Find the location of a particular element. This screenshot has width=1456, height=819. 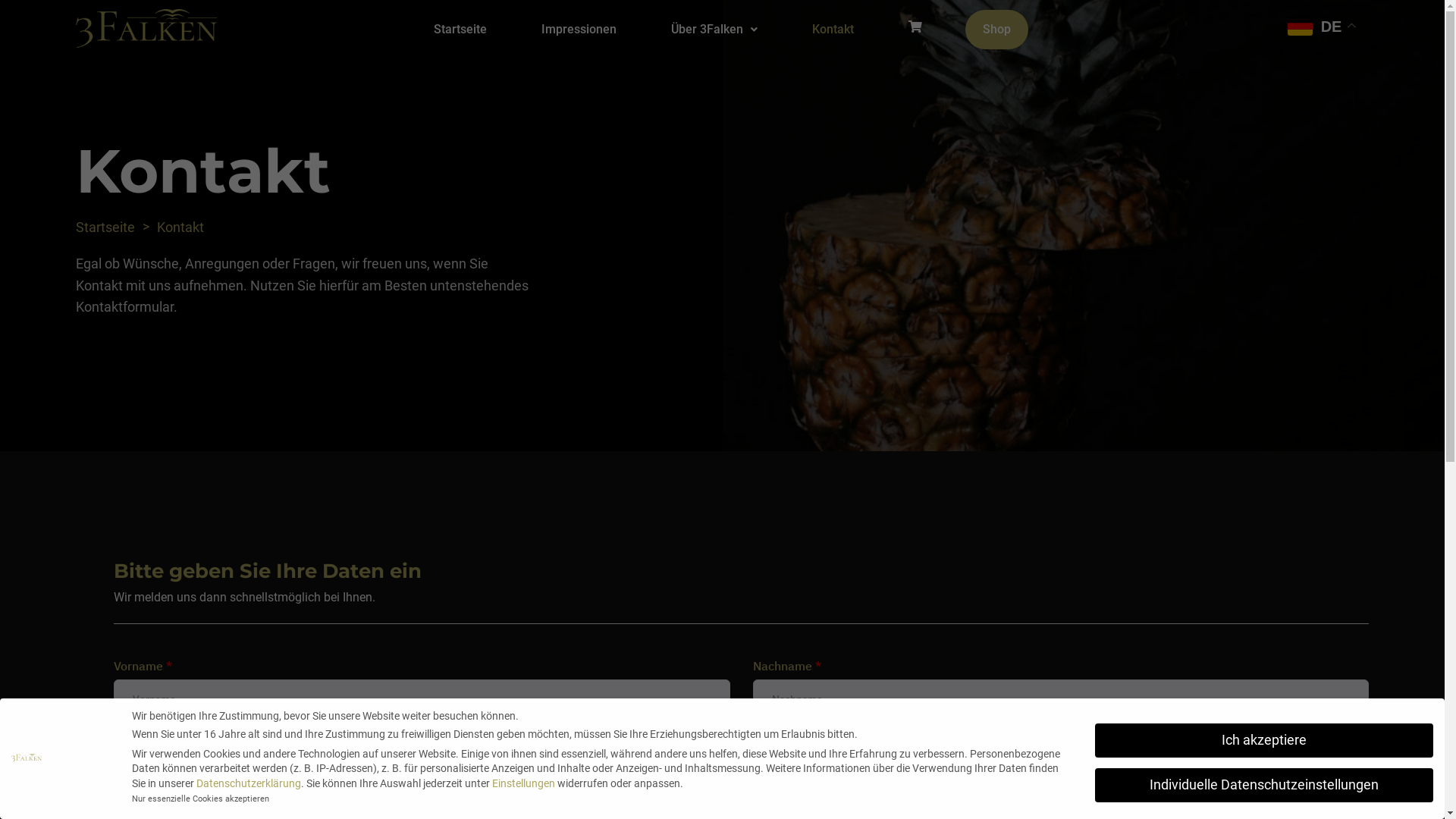

'Ich akzeptiere' is located at coordinates (1263, 739).